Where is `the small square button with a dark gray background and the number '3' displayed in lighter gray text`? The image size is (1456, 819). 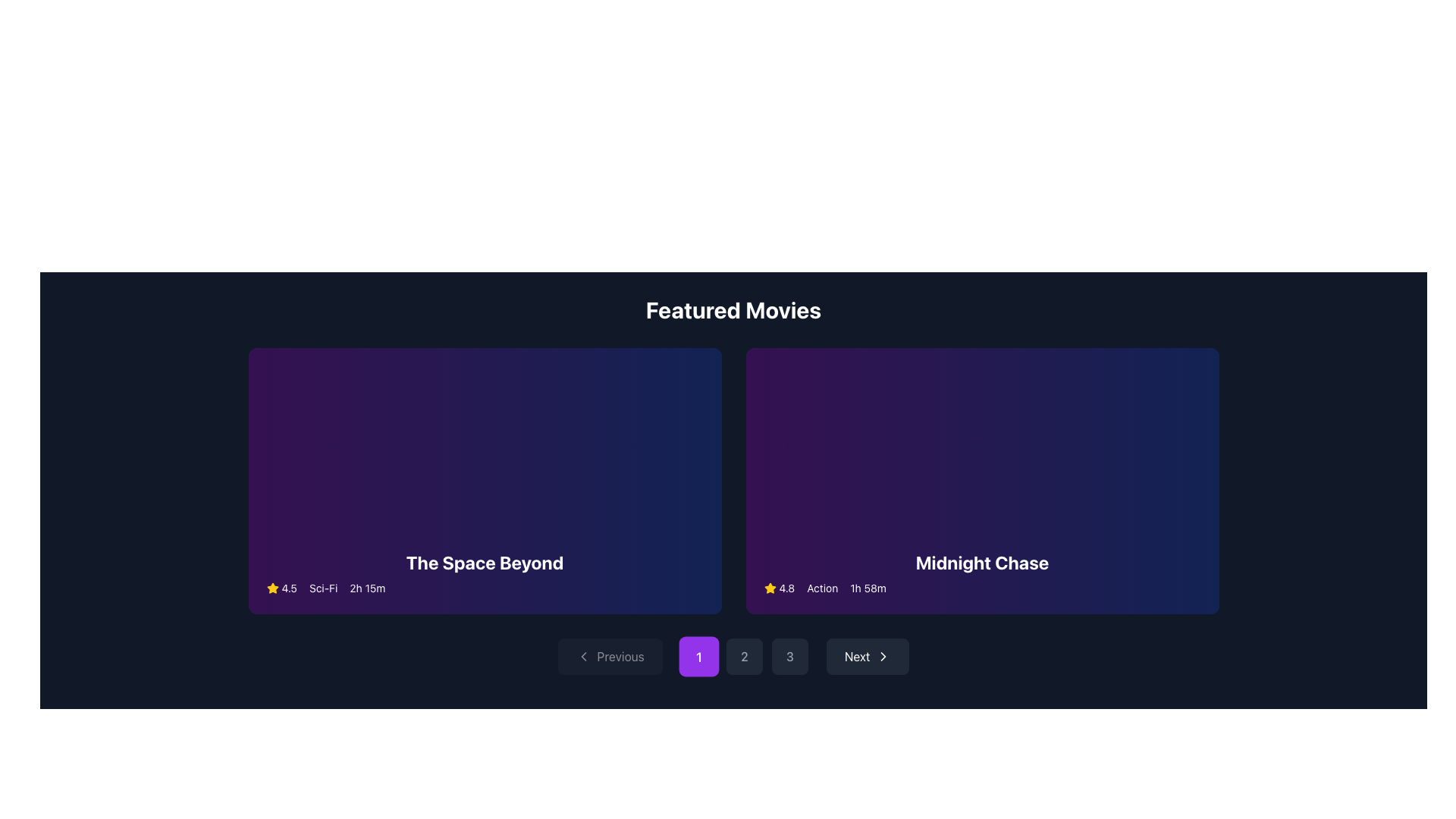 the small square button with a dark gray background and the number '3' displayed in lighter gray text is located at coordinates (789, 656).